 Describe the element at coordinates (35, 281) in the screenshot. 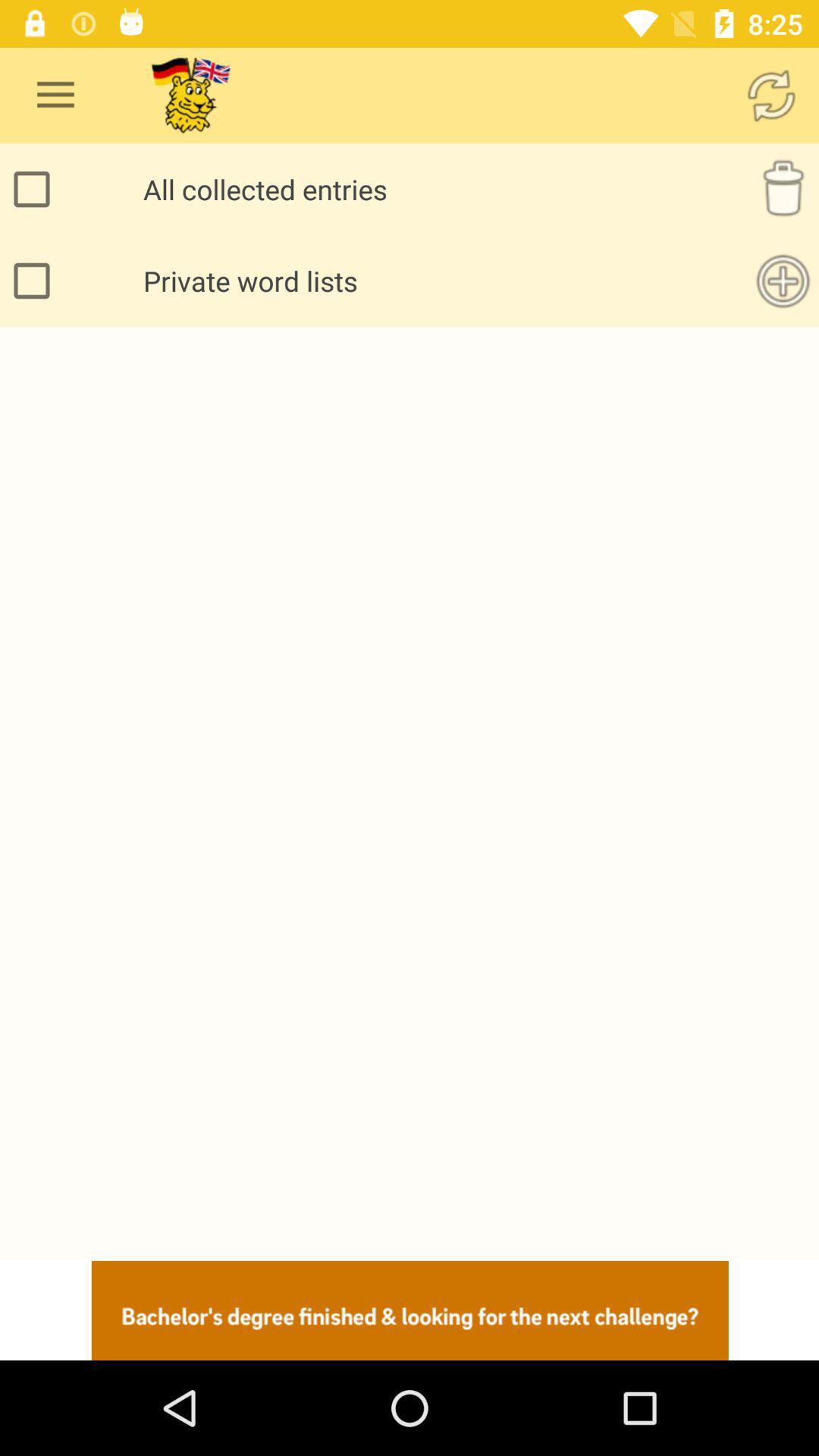

I see `private word lists` at that location.